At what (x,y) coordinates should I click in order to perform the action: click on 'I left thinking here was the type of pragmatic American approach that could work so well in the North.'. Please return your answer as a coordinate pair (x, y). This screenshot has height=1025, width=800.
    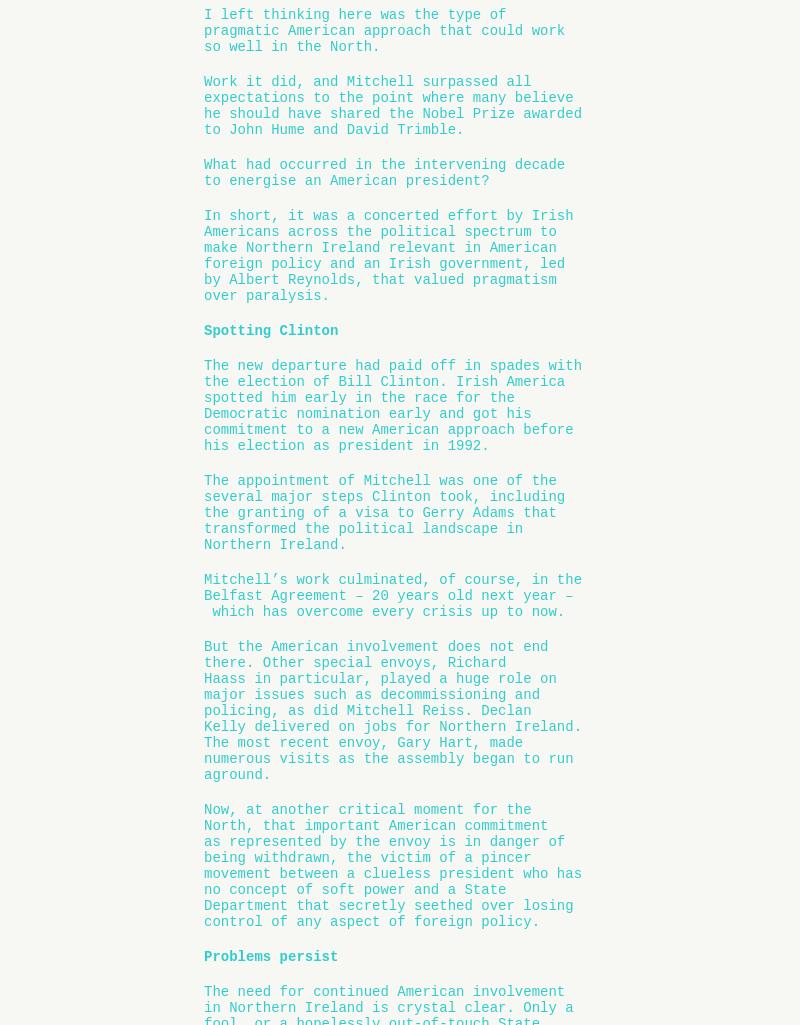
    Looking at the image, I should click on (383, 30).